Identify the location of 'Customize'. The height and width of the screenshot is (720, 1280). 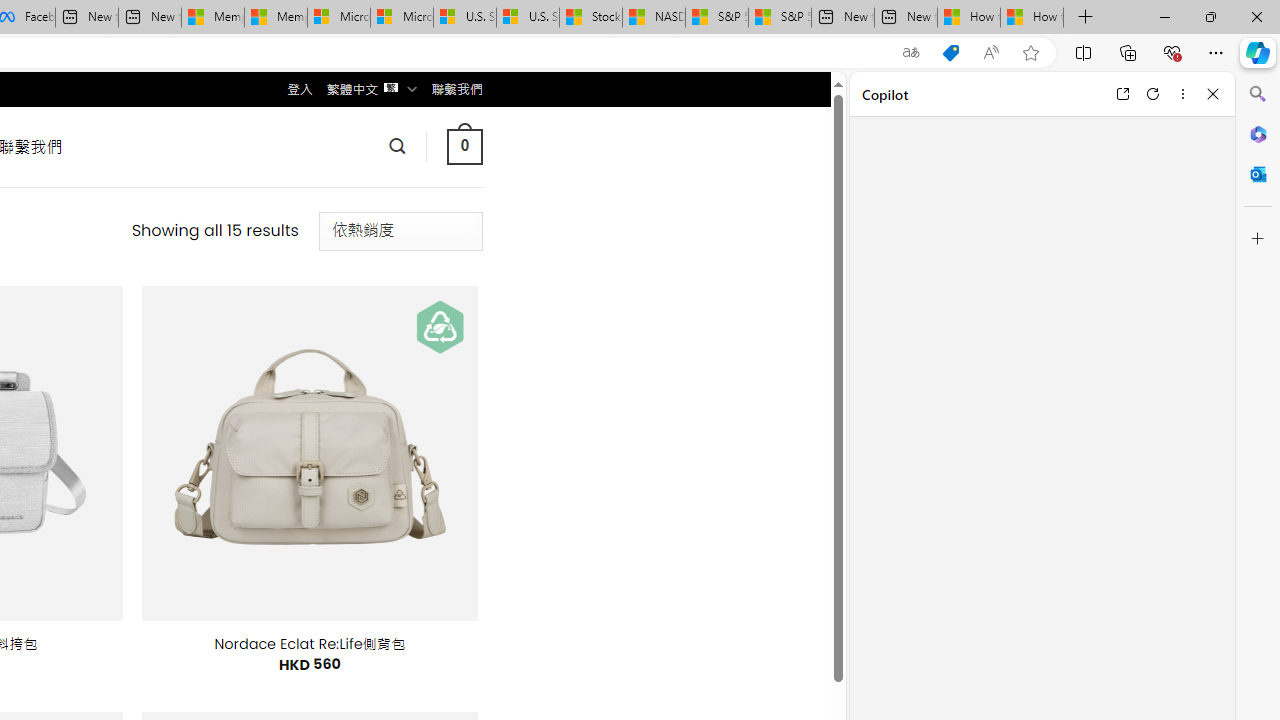
(1257, 238).